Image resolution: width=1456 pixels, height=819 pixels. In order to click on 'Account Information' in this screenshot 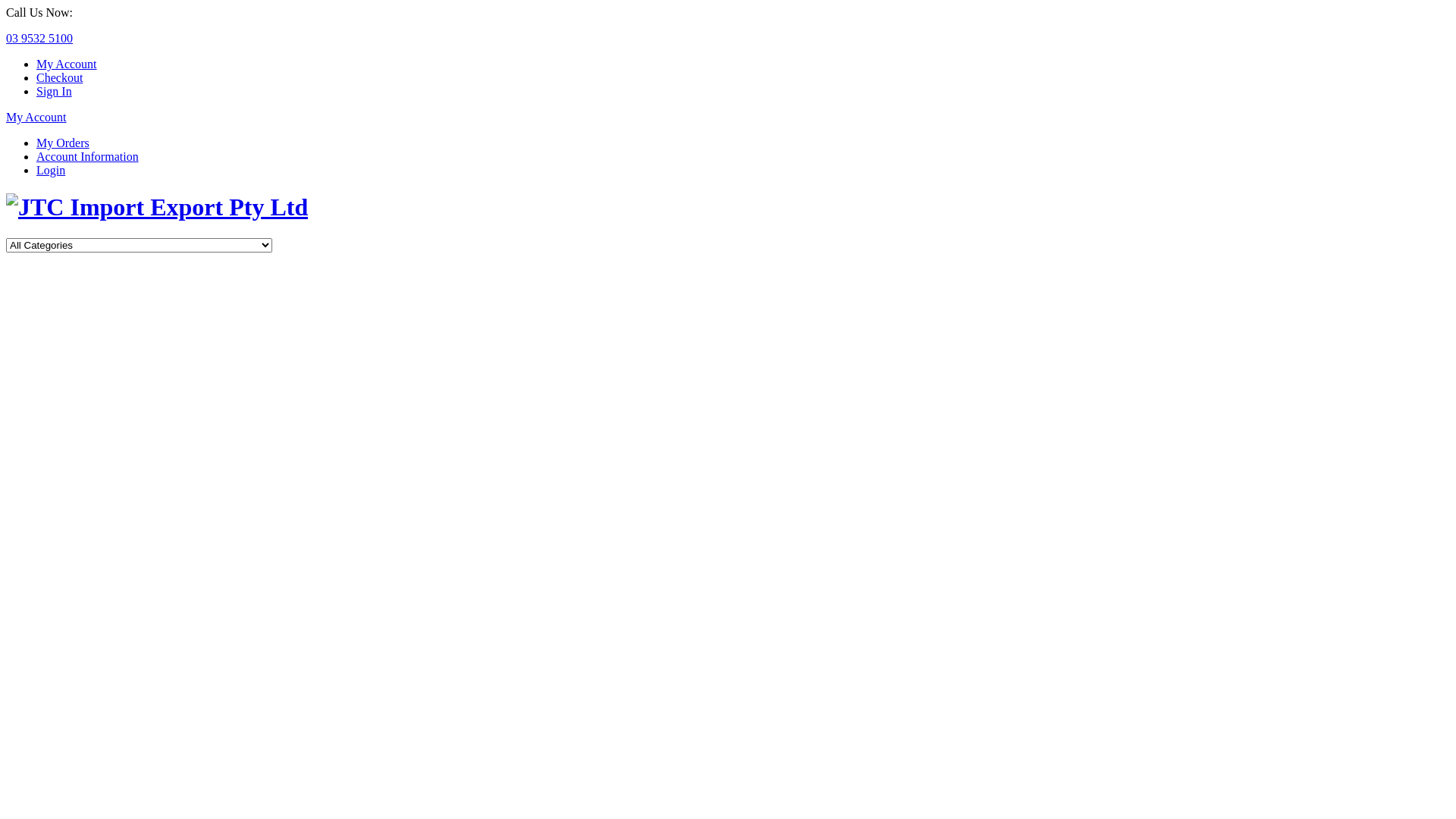, I will do `click(86, 156)`.